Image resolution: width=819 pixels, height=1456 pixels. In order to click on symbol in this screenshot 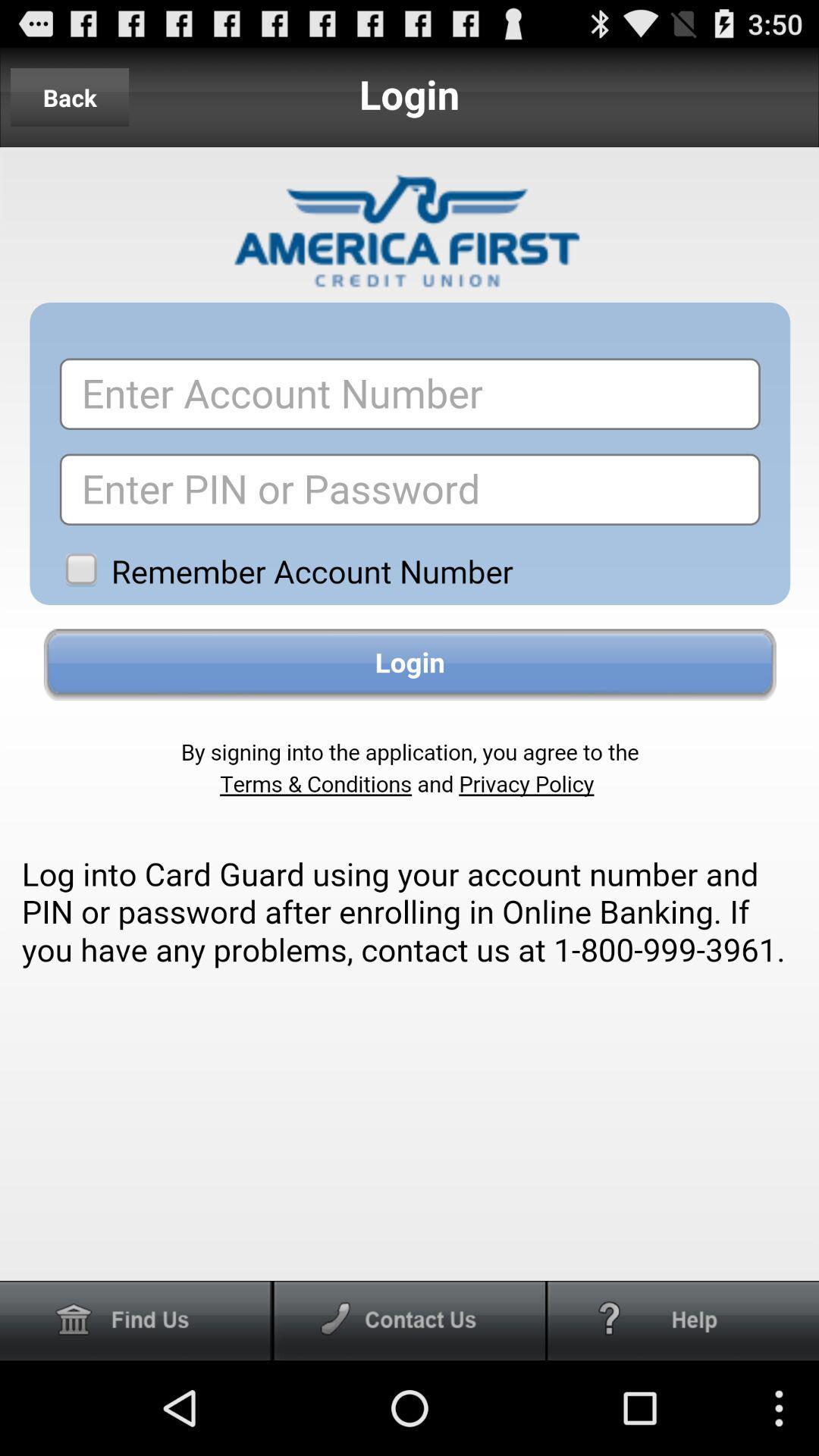, I will do `click(683, 1319)`.